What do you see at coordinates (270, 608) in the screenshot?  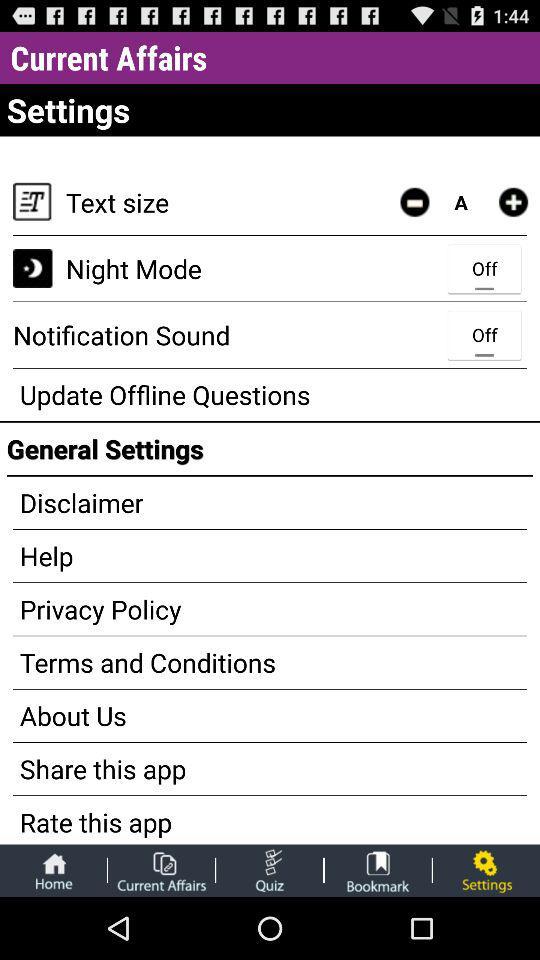 I see `the privacy policy icon` at bounding box center [270, 608].